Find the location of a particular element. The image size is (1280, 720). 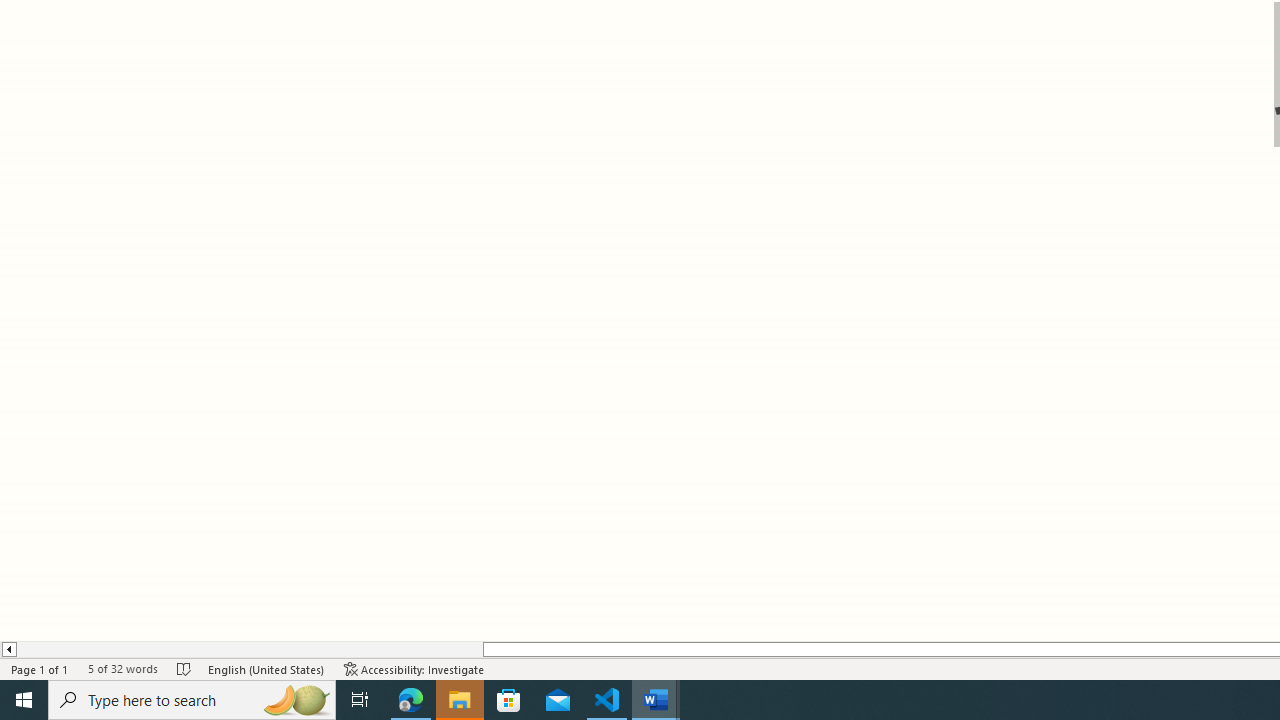

'Word Count 5 of 32 words' is located at coordinates (121, 669).